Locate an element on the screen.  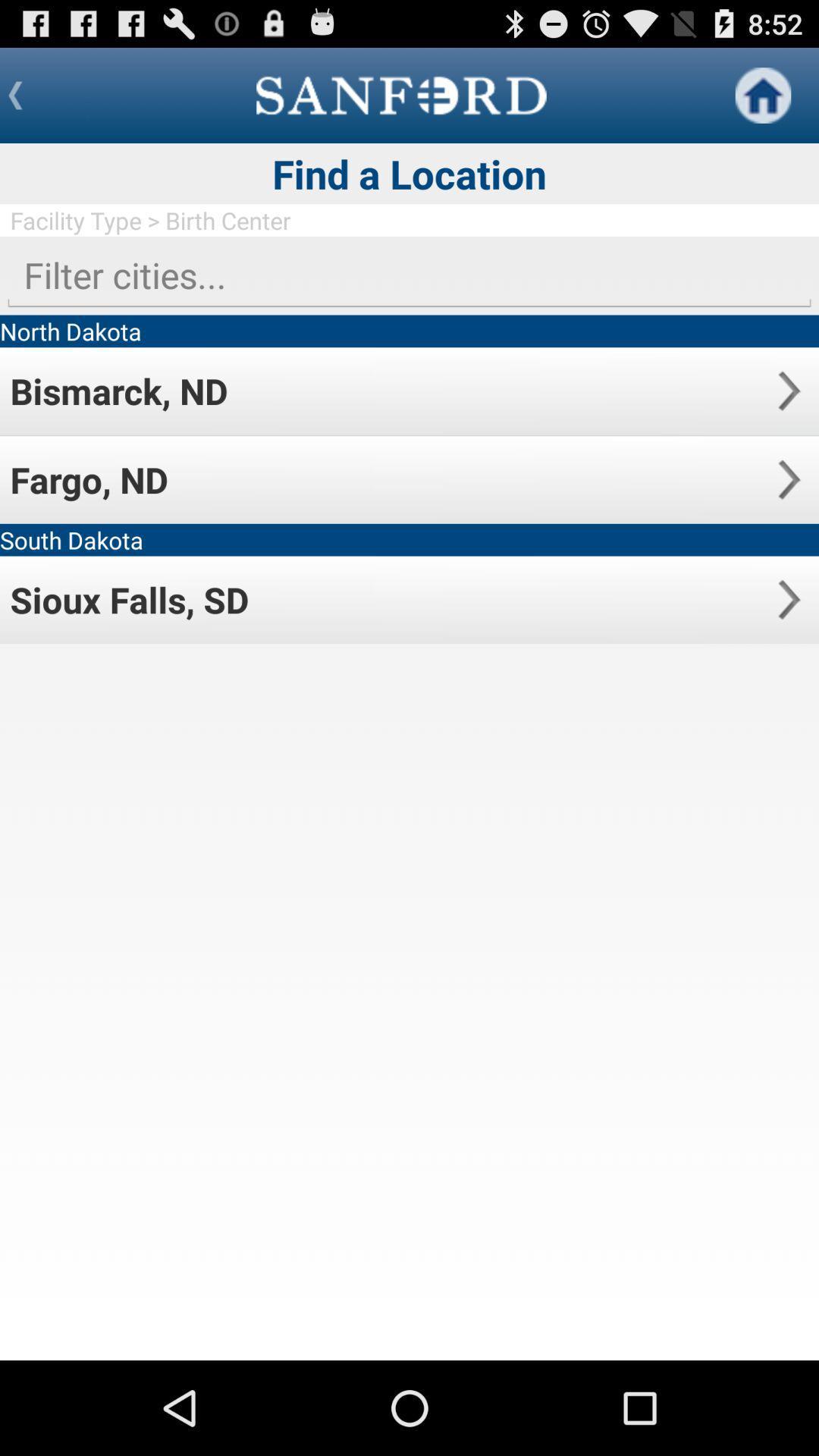
the home icon which is on top right side is located at coordinates (763, 94).